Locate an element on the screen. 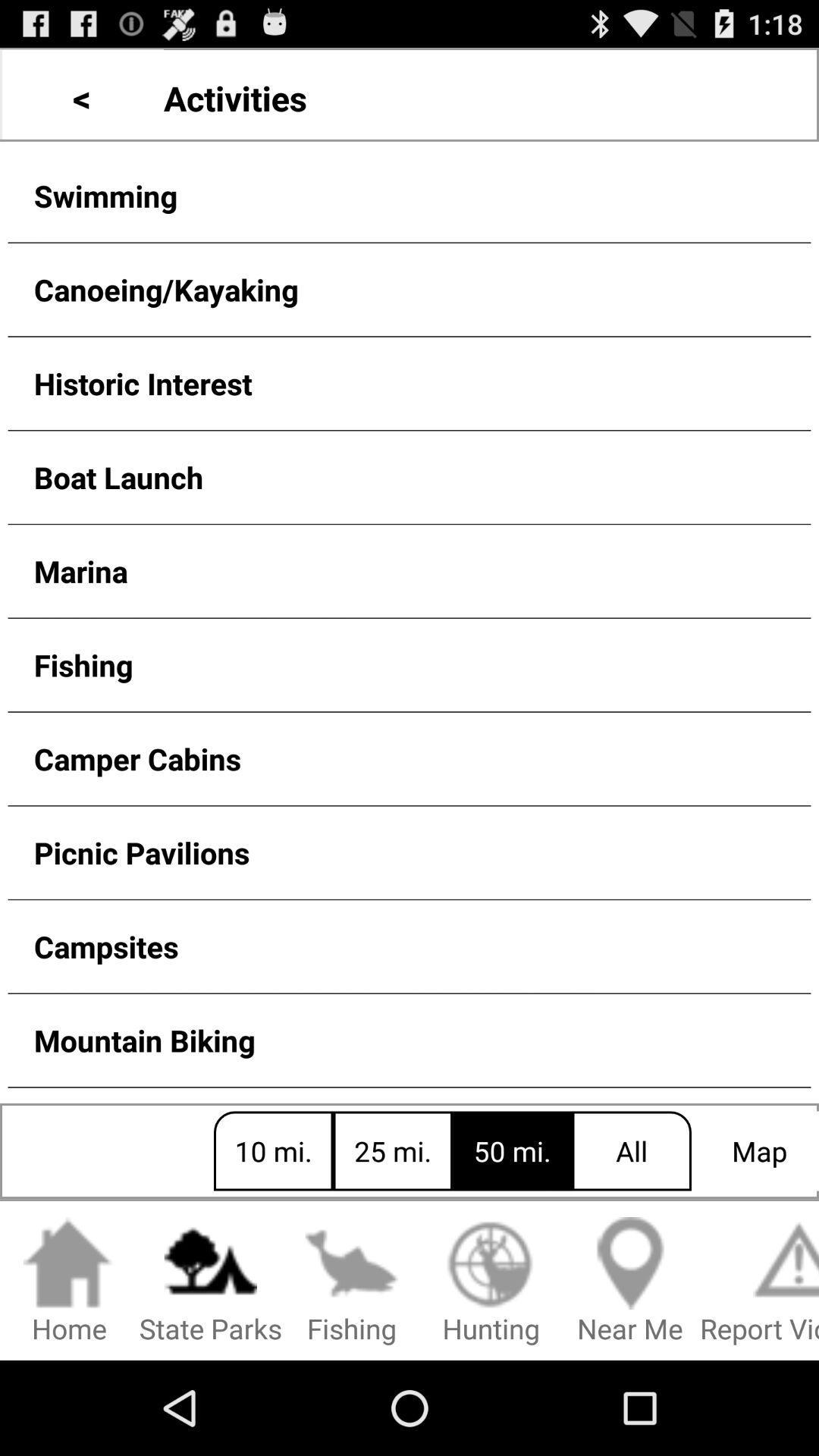 The image size is (819, 1456). the hunting item is located at coordinates (491, 1281).